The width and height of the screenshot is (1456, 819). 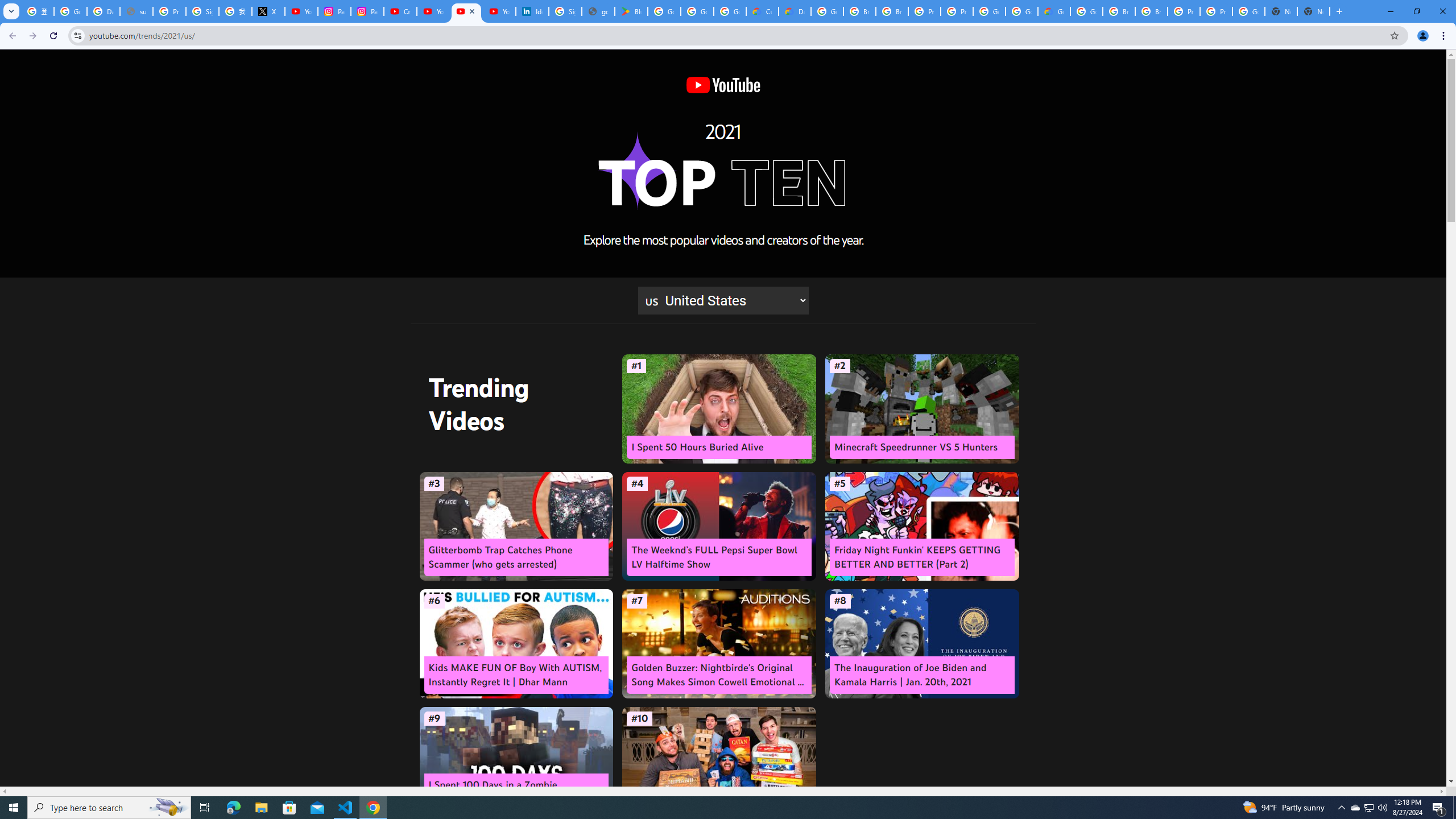 What do you see at coordinates (136, 11) in the screenshot?
I see `'support.google.com - Network error'` at bounding box center [136, 11].